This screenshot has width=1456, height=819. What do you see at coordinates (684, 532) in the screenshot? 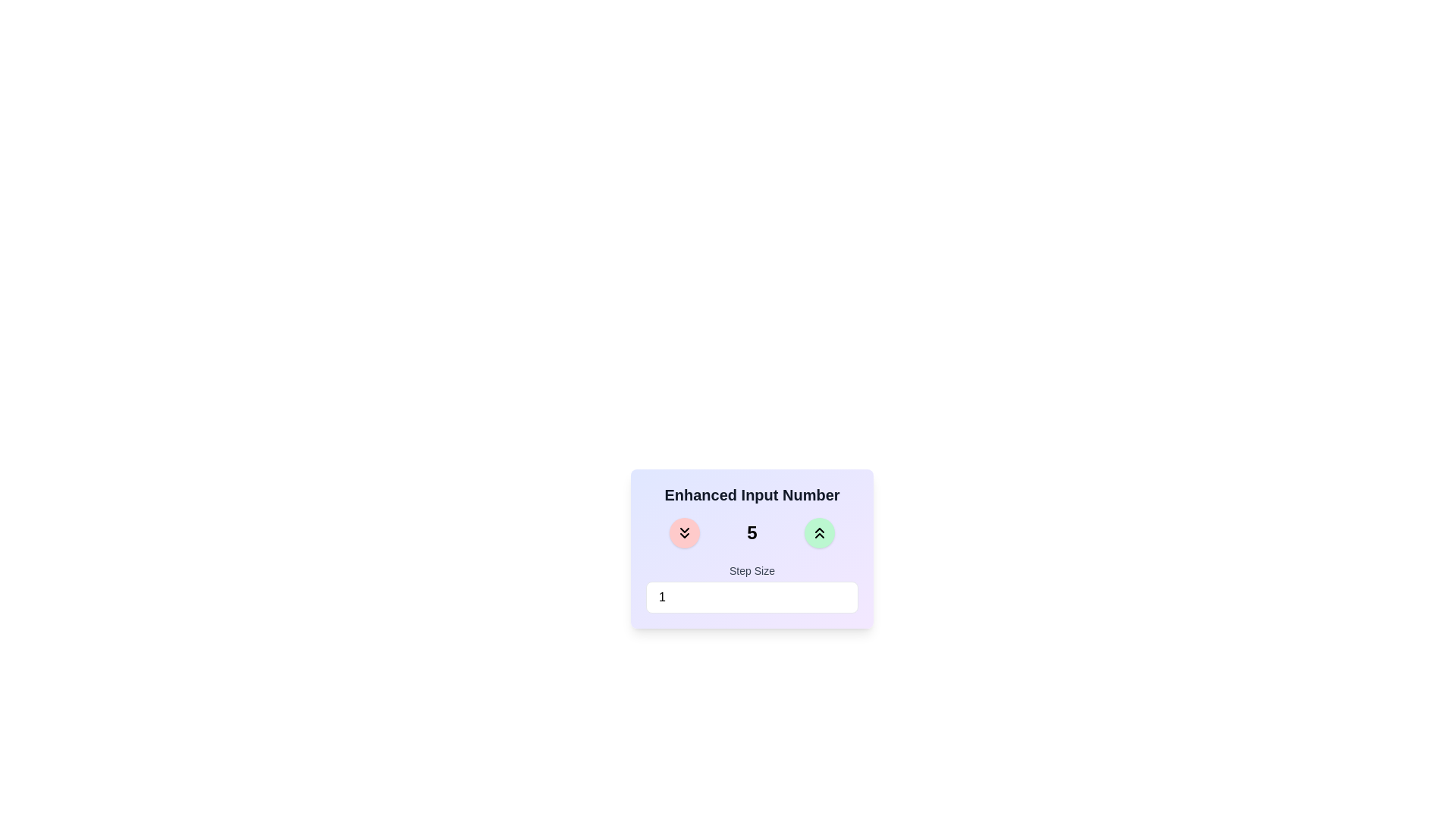
I see `and activate the Icon button represented by a double downward chevron inside a red circular button located on the top-left of the 'Enhanced Input Number' panel` at bounding box center [684, 532].